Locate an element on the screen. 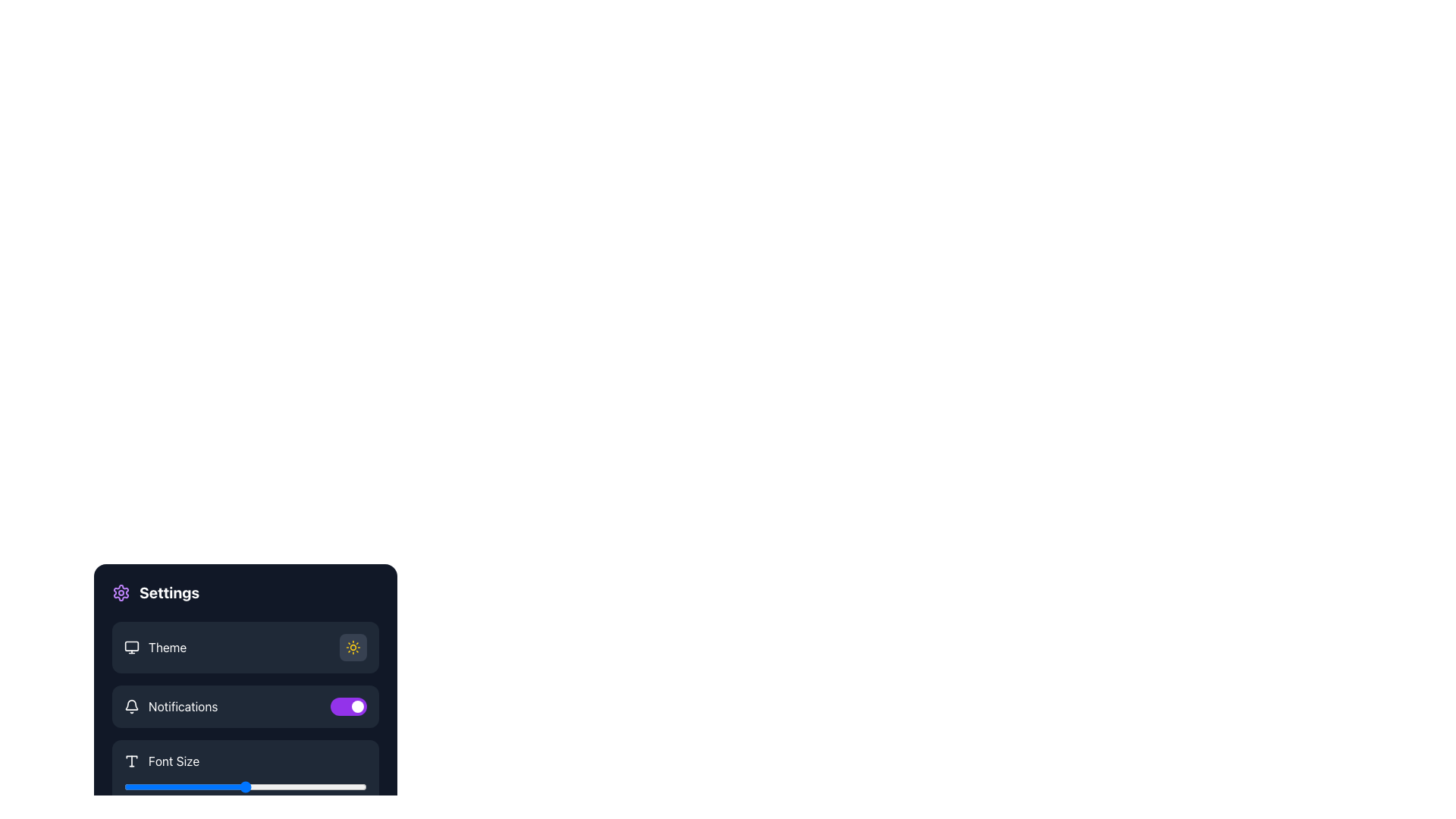 This screenshot has width=1456, height=819. the theme selection button located at the center of the Settings section is located at coordinates (246, 647).